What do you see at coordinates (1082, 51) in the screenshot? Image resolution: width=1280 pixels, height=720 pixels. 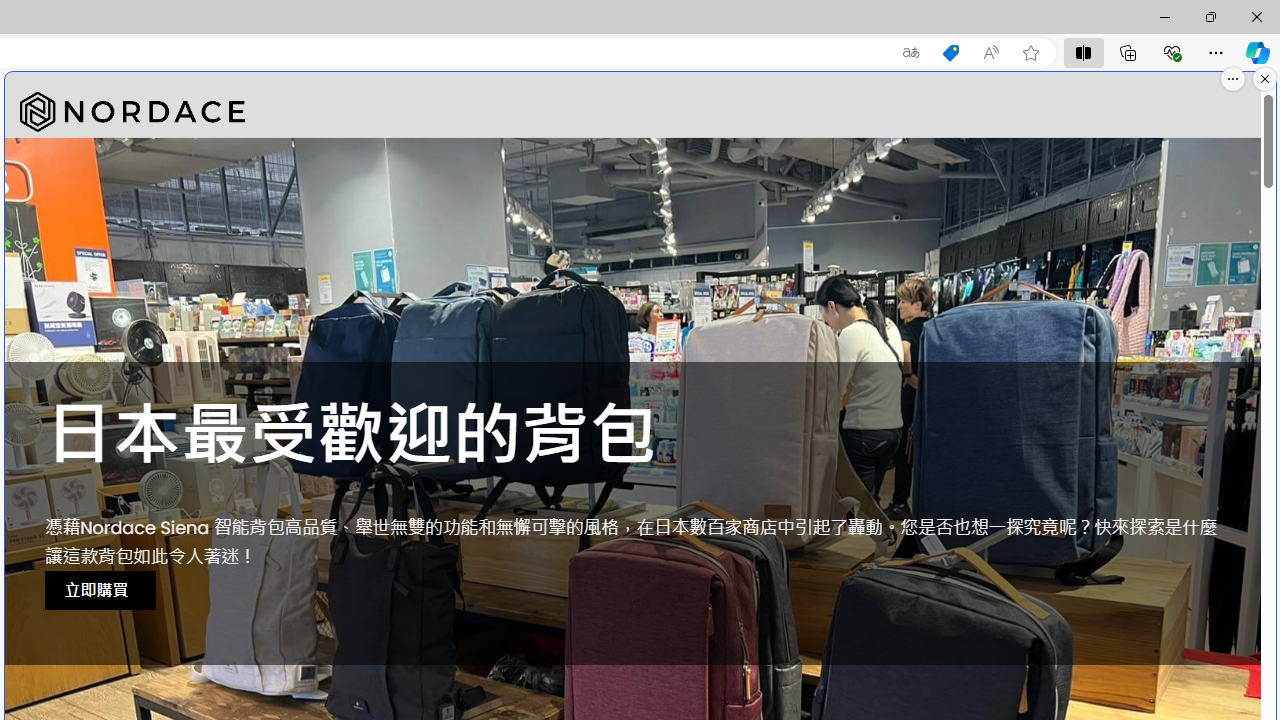 I see `'Split screen'` at bounding box center [1082, 51].